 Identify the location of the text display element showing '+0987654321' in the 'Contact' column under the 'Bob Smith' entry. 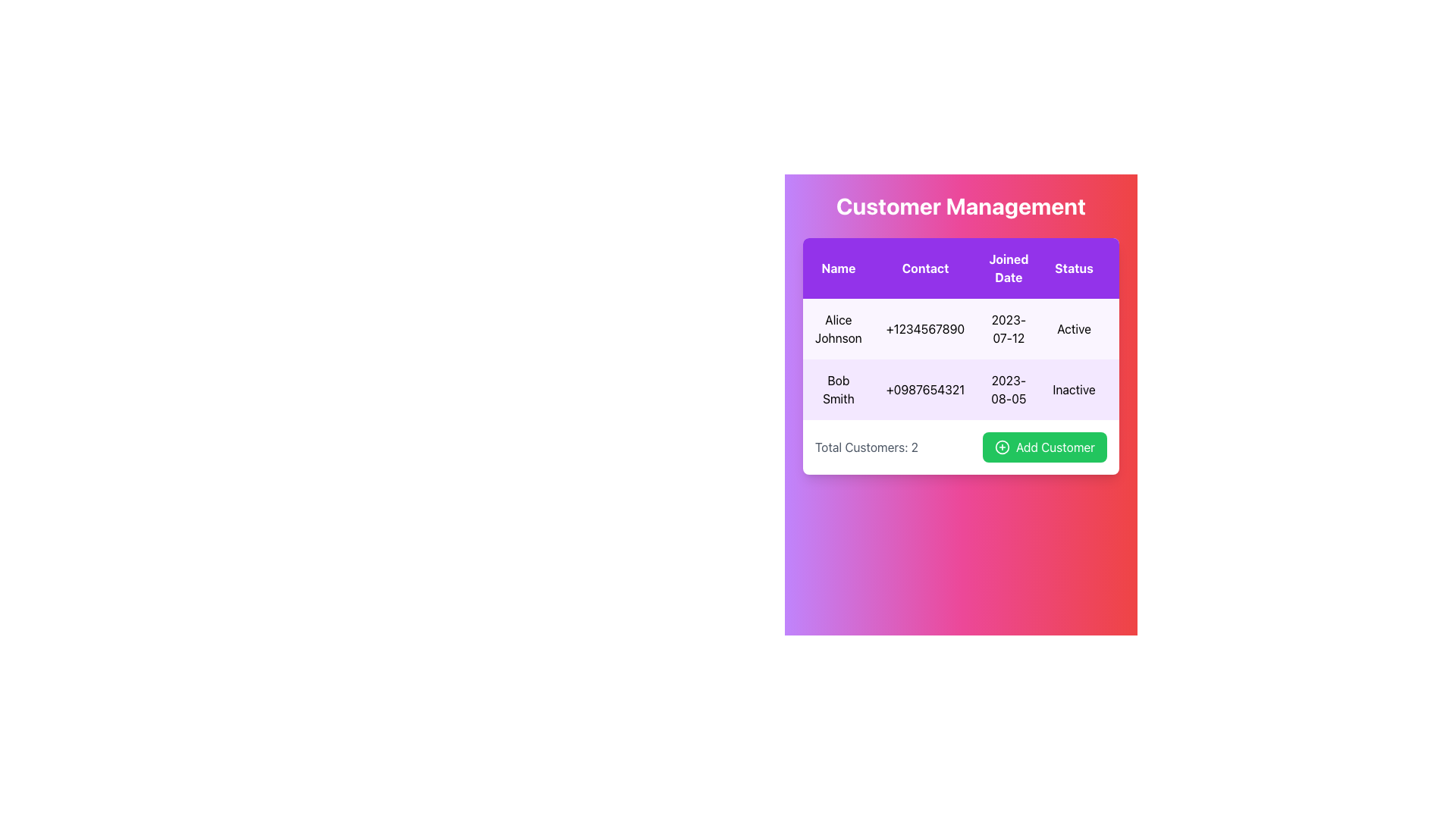
(924, 388).